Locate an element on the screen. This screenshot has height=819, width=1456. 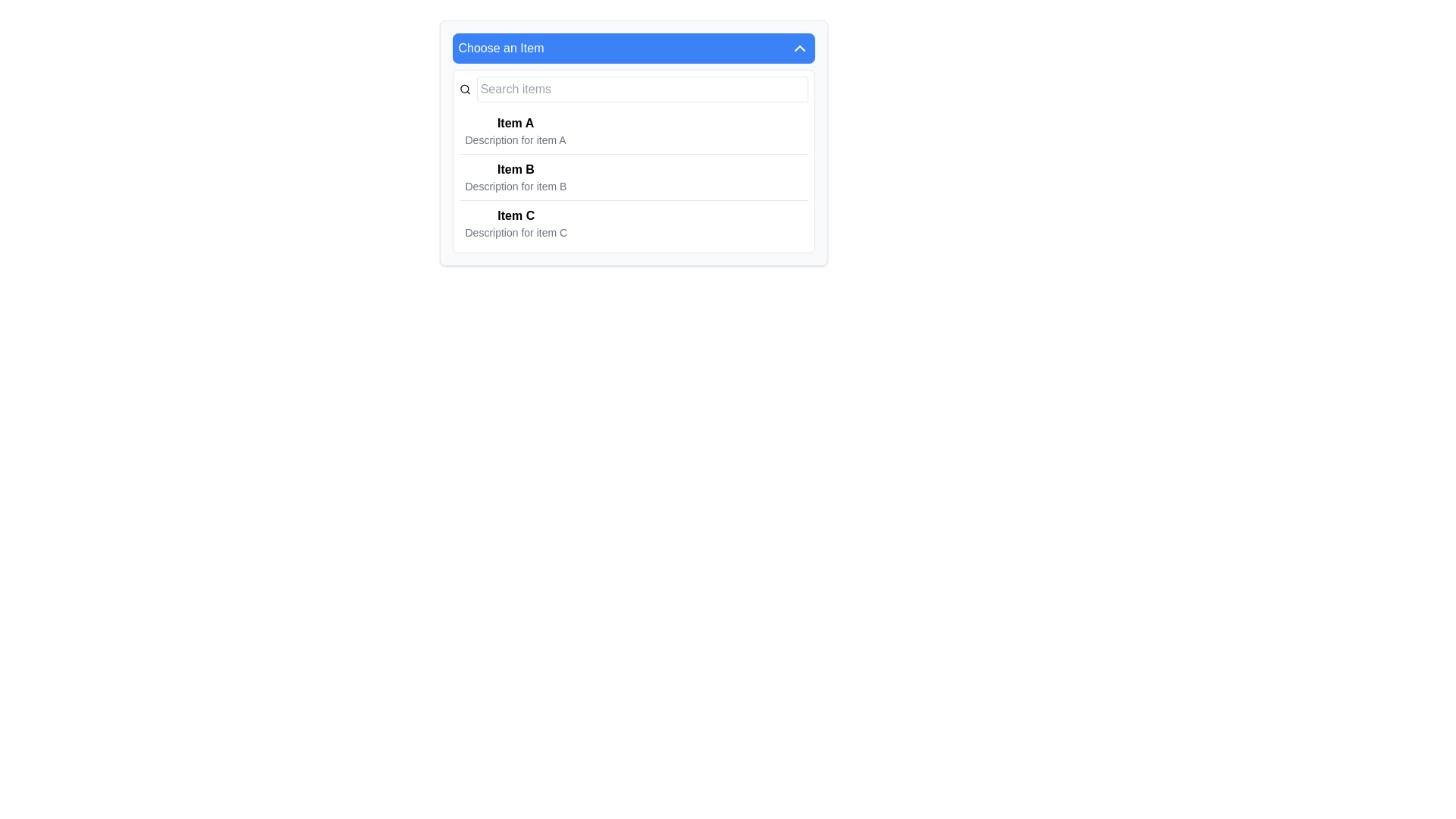
the static text label that provides additional descriptive information about 'Item C' in the dropdown selection menu, located below the header text 'Item C' is located at coordinates (516, 233).